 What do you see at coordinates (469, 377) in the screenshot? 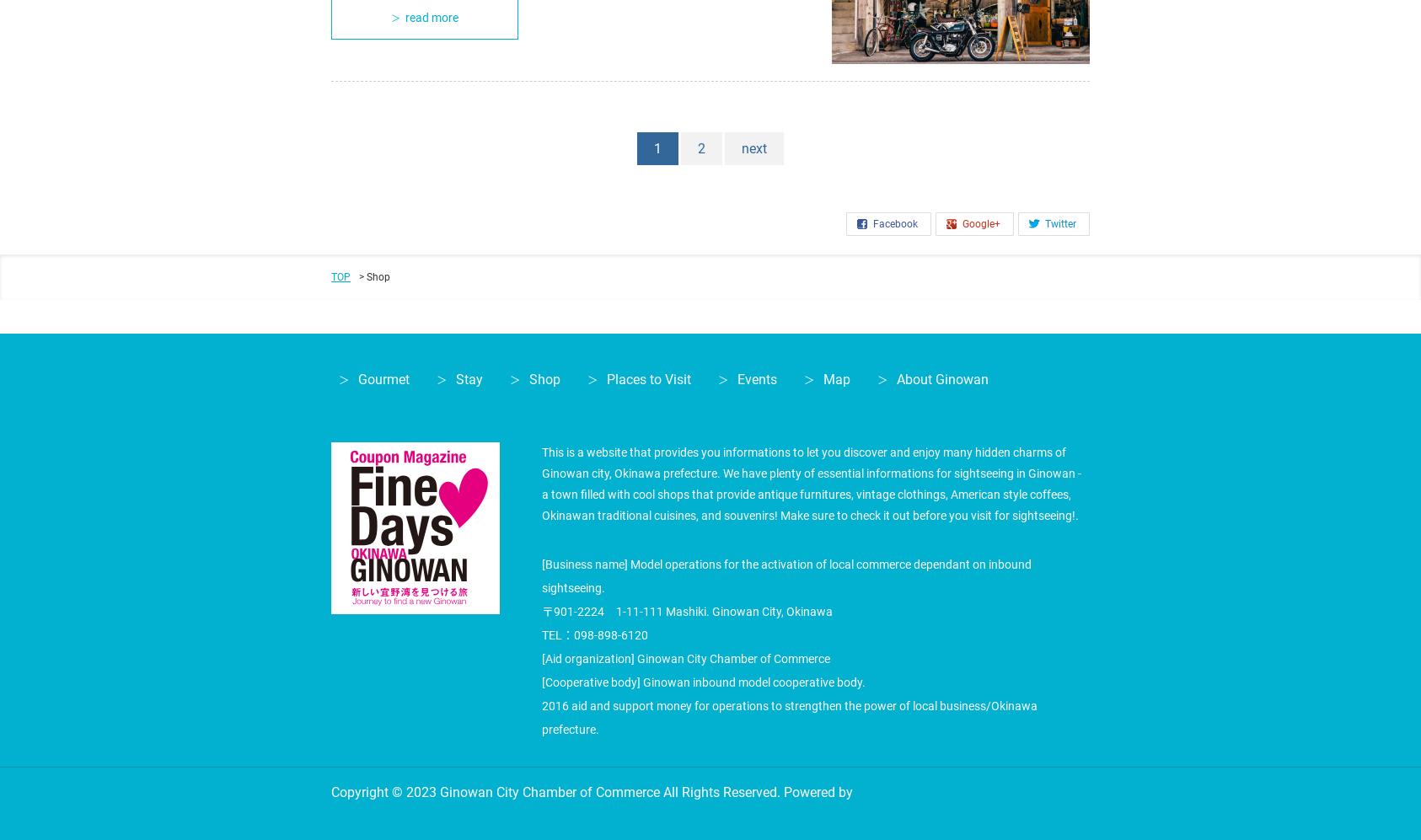
I see `'Stay'` at bounding box center [469, 377].